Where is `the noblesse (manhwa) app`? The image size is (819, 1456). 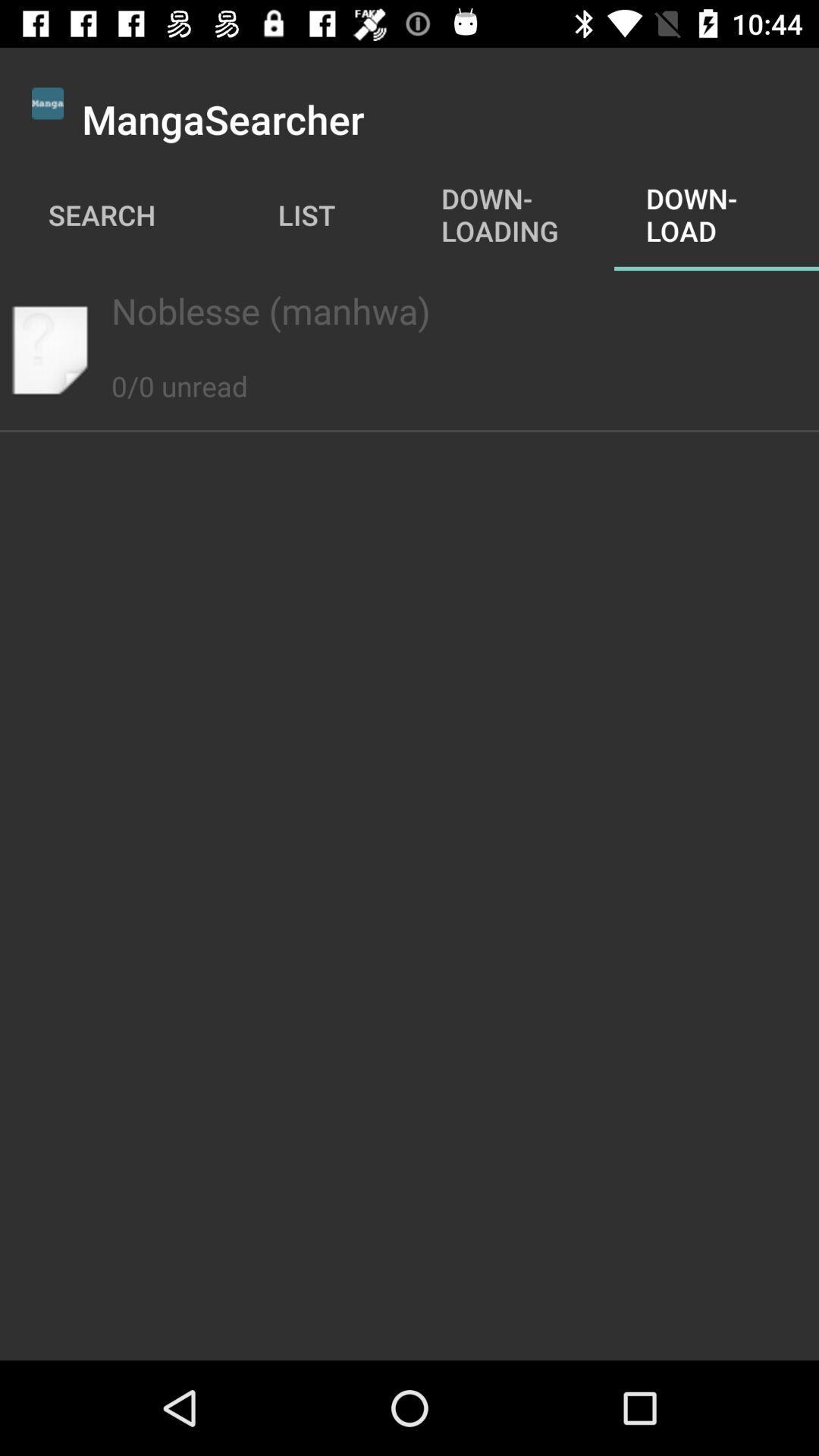 the noblesse (manhwa) app is located at coordinates (409, 309).